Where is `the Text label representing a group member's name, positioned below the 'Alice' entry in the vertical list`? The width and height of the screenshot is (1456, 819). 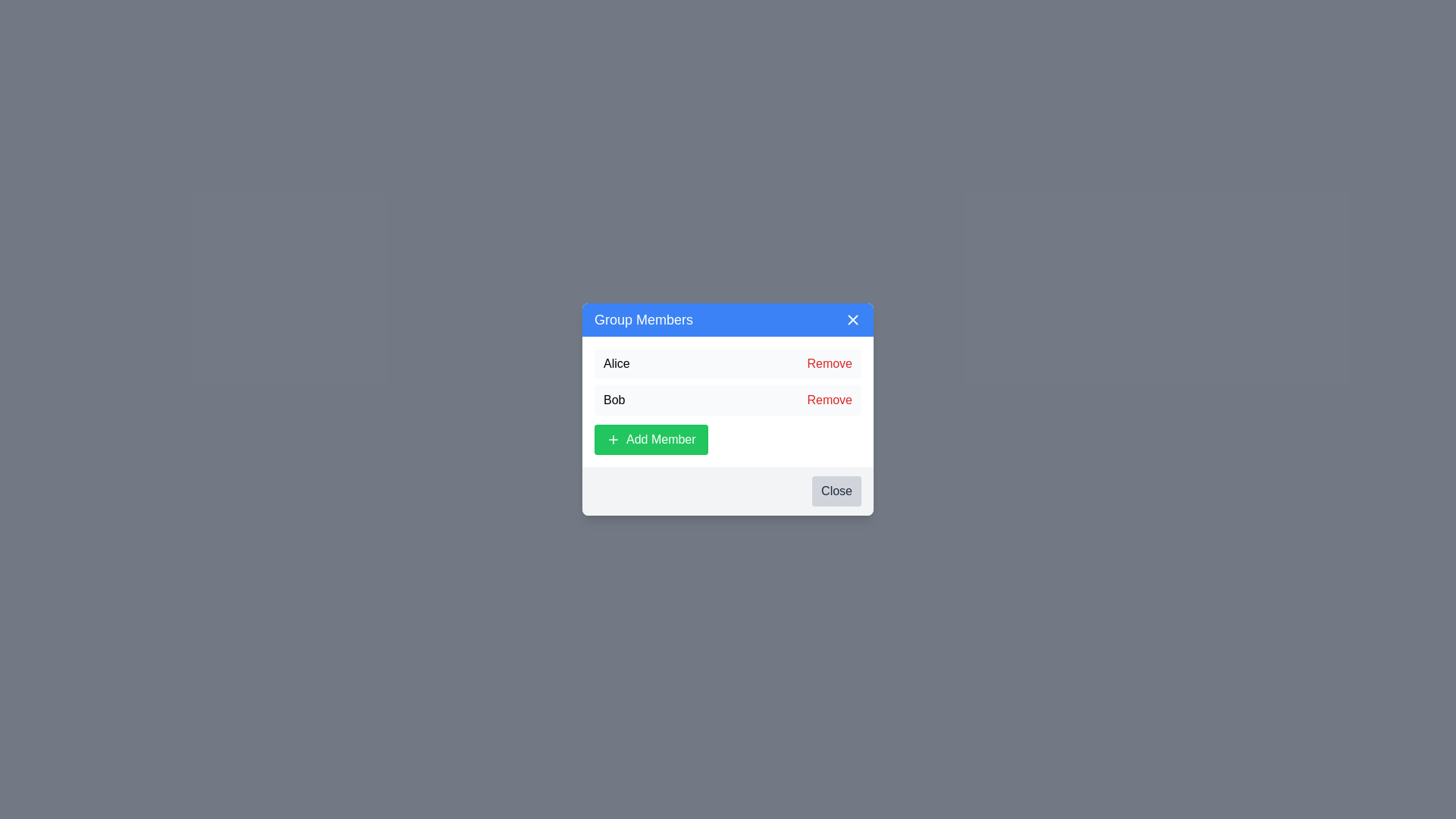
the Text label representing a group member's name, positioned below the 'Alice' entry in the vertical list is located at coordinates (614, 400).